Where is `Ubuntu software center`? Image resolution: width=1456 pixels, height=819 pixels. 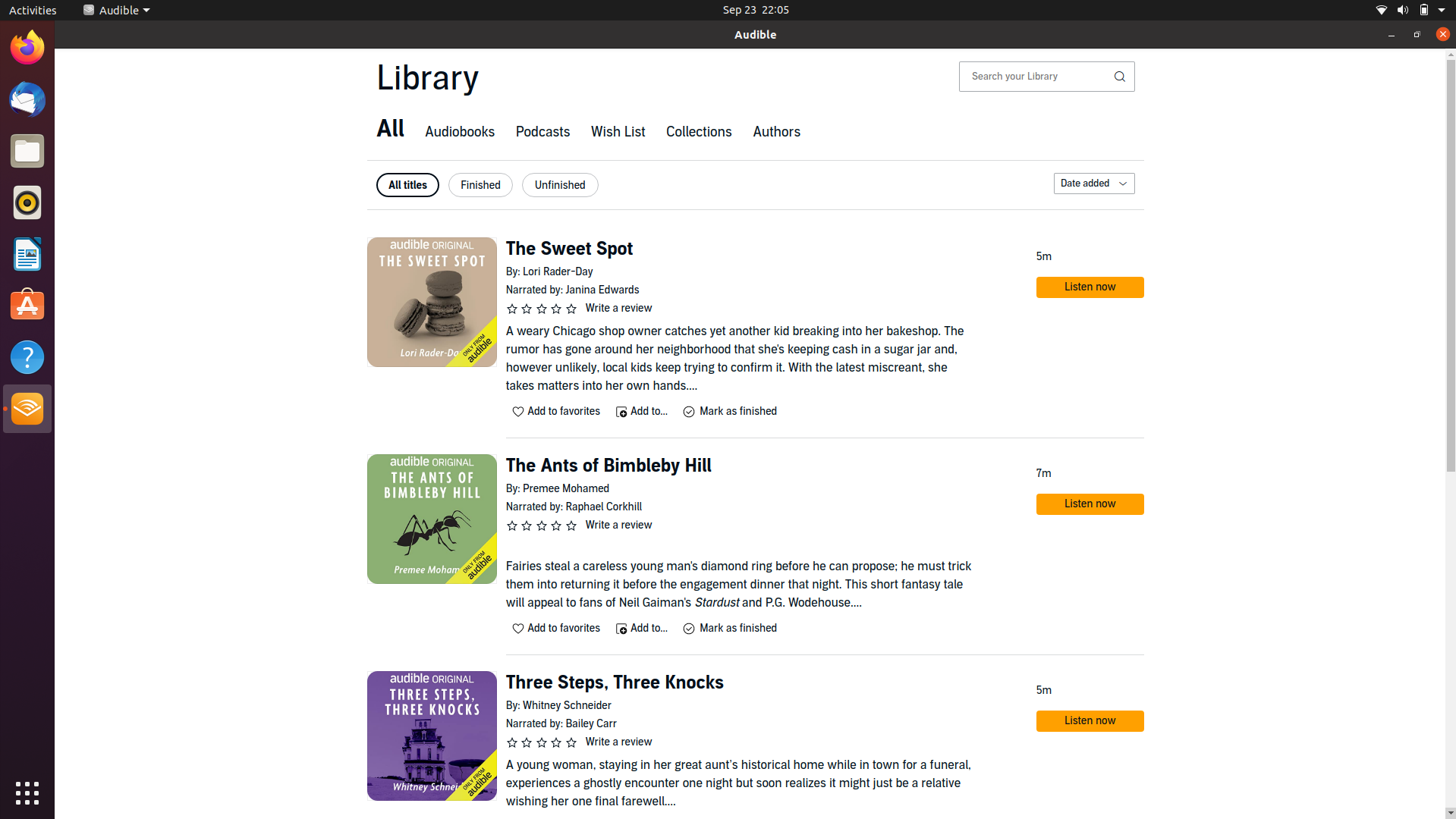 Ubuntu software center is located at coordinates (28, 304).